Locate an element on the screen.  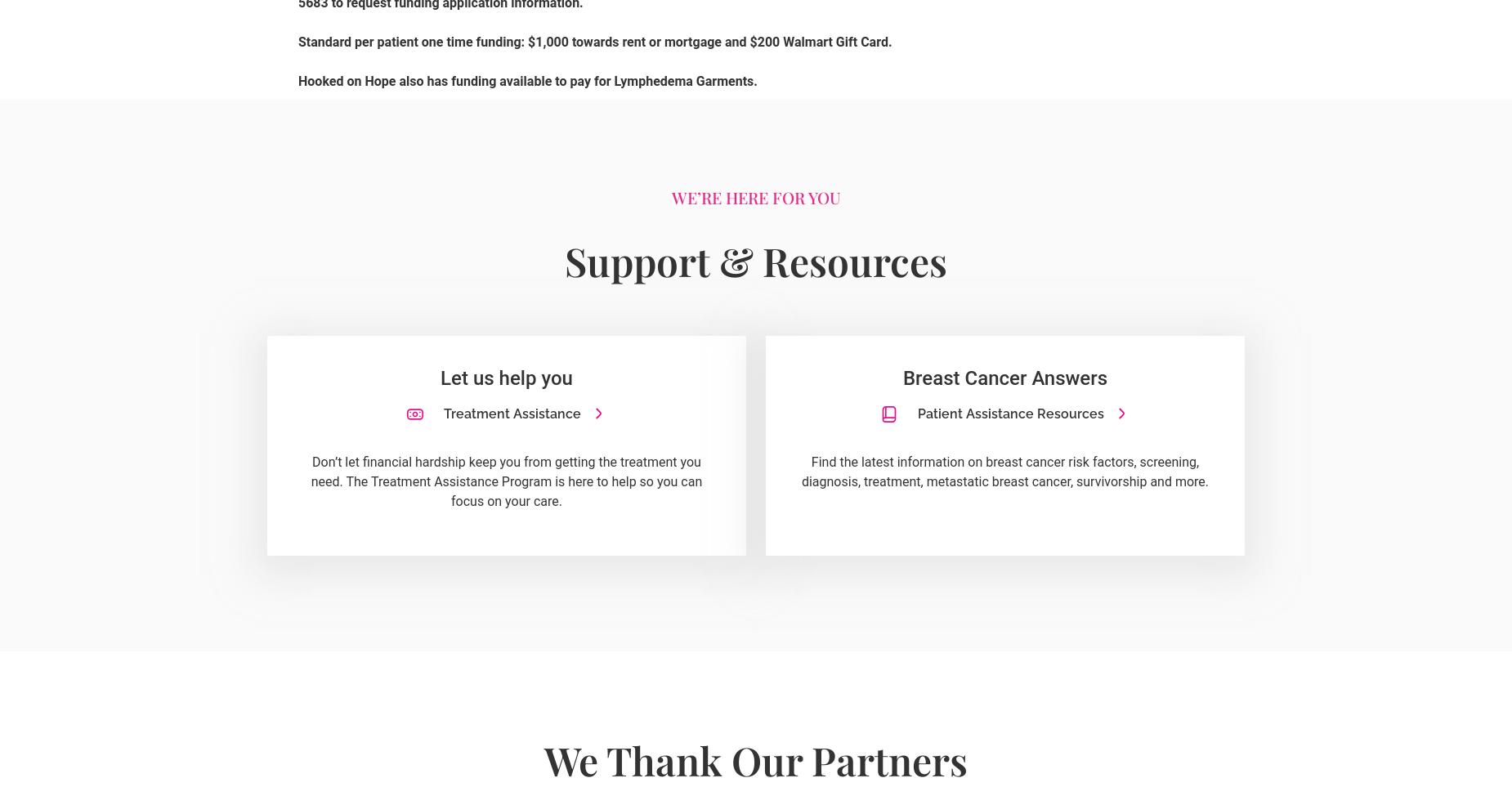
'Support & Resources' is located at coordinates (756, 259).